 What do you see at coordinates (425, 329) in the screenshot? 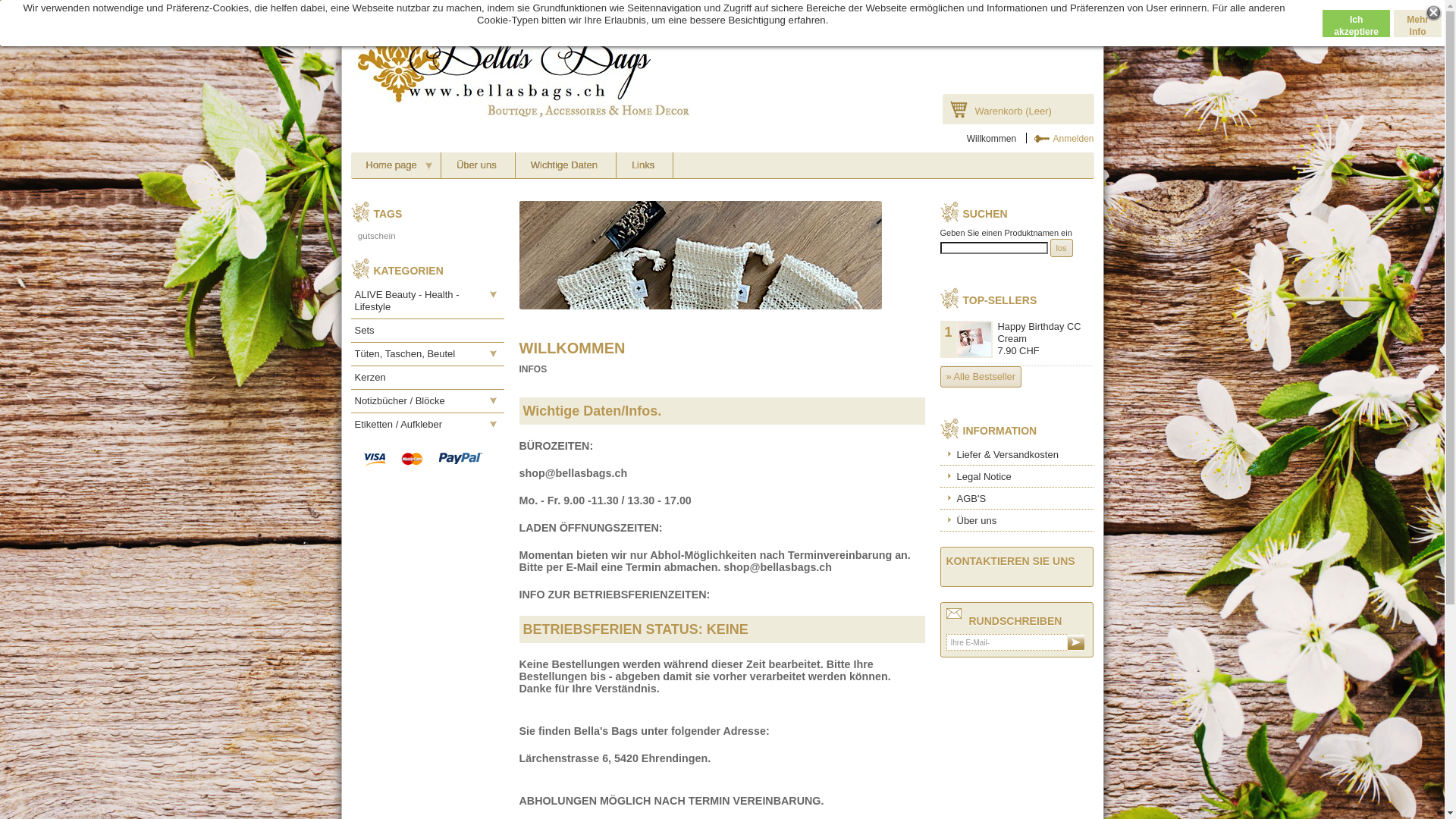
I see `'Sets'` at bounding box center [425, 329].